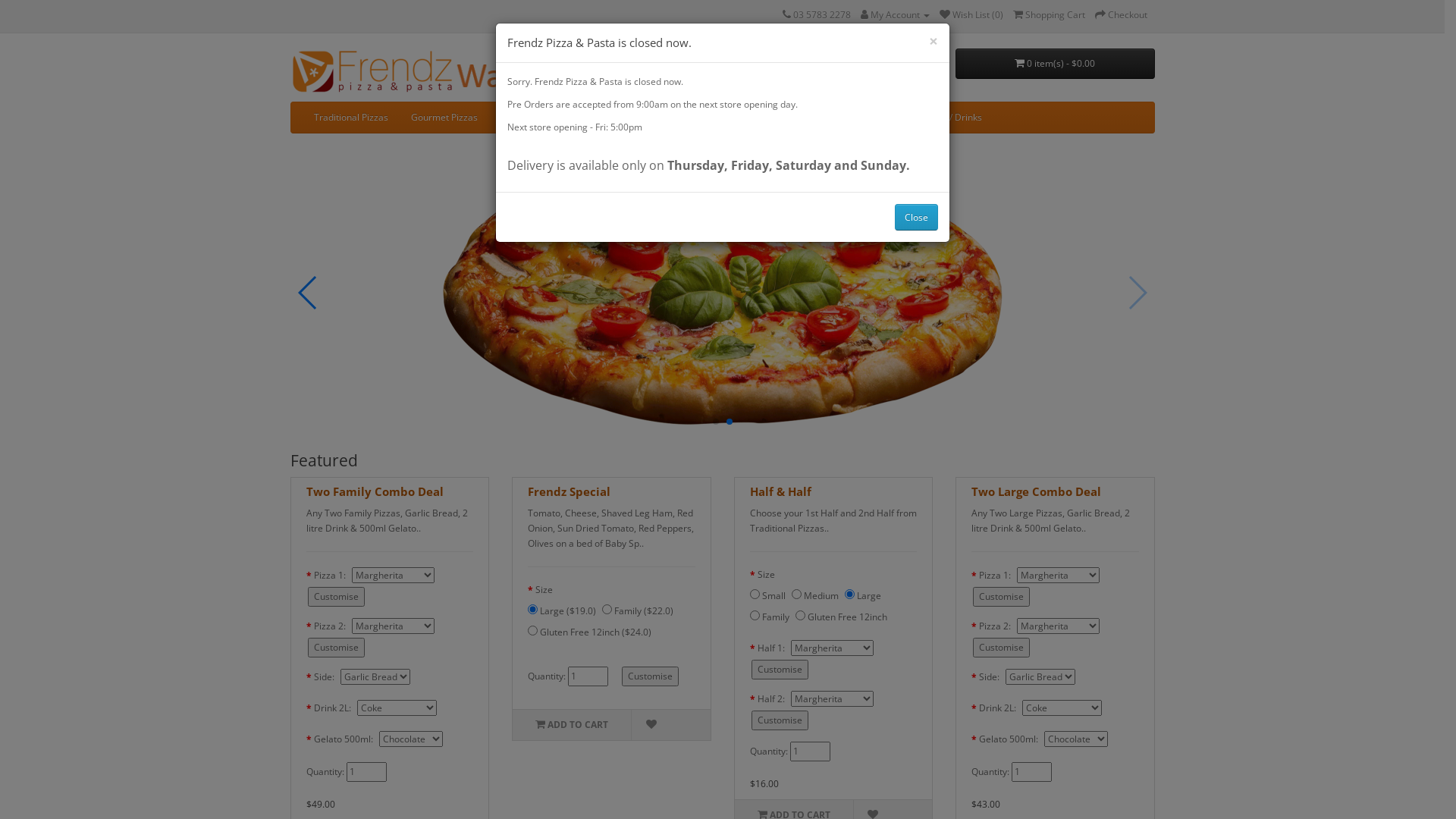  What do you see at coordinates (971, 14) in the screenshot?
I see `'Wish List (0)'` at bounding box center [971, 14].